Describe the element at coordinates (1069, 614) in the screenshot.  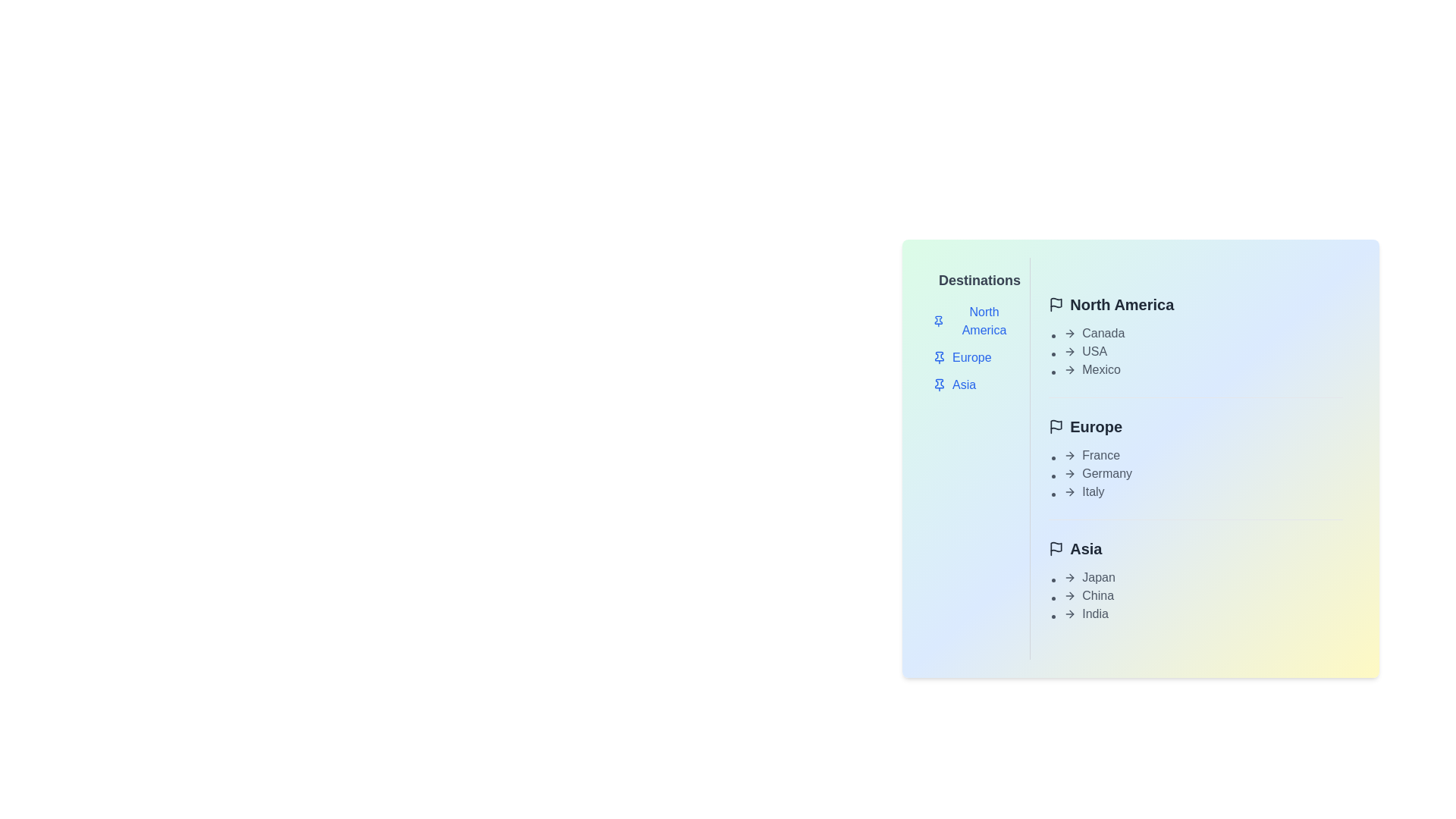
I see `the arrow icon located to the left of the 'India' link within the 'Asia' section` at that location.